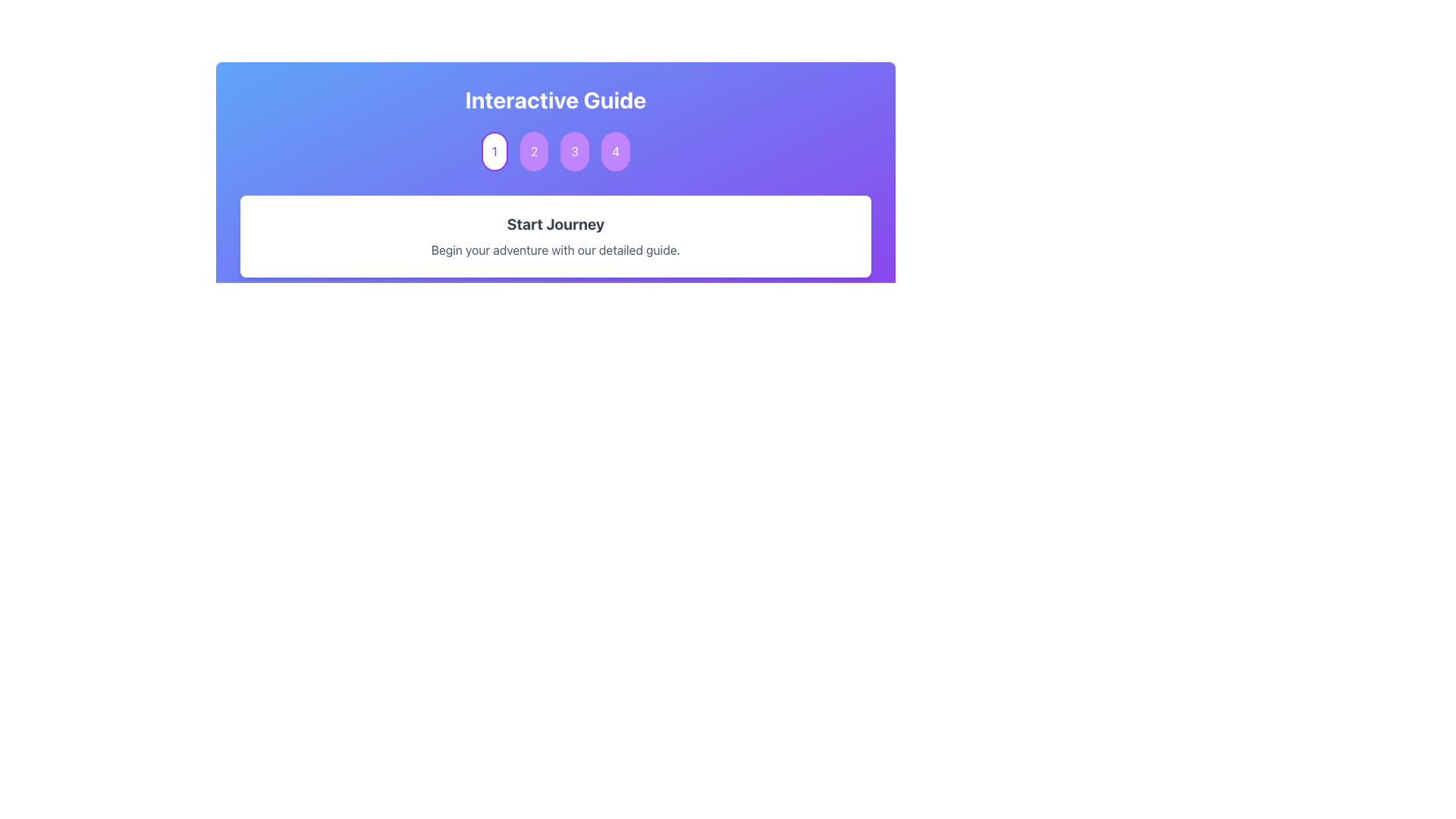 The height and width of the screenshot is (819, 1456). What do you see at coordinates (534, 152) in the screenshot?
I see `the circular button with a purple background and white text displaying the number '2', which is the second button in the row beneath the 'Interactive Guide' header` at bounding box center [534, 152].